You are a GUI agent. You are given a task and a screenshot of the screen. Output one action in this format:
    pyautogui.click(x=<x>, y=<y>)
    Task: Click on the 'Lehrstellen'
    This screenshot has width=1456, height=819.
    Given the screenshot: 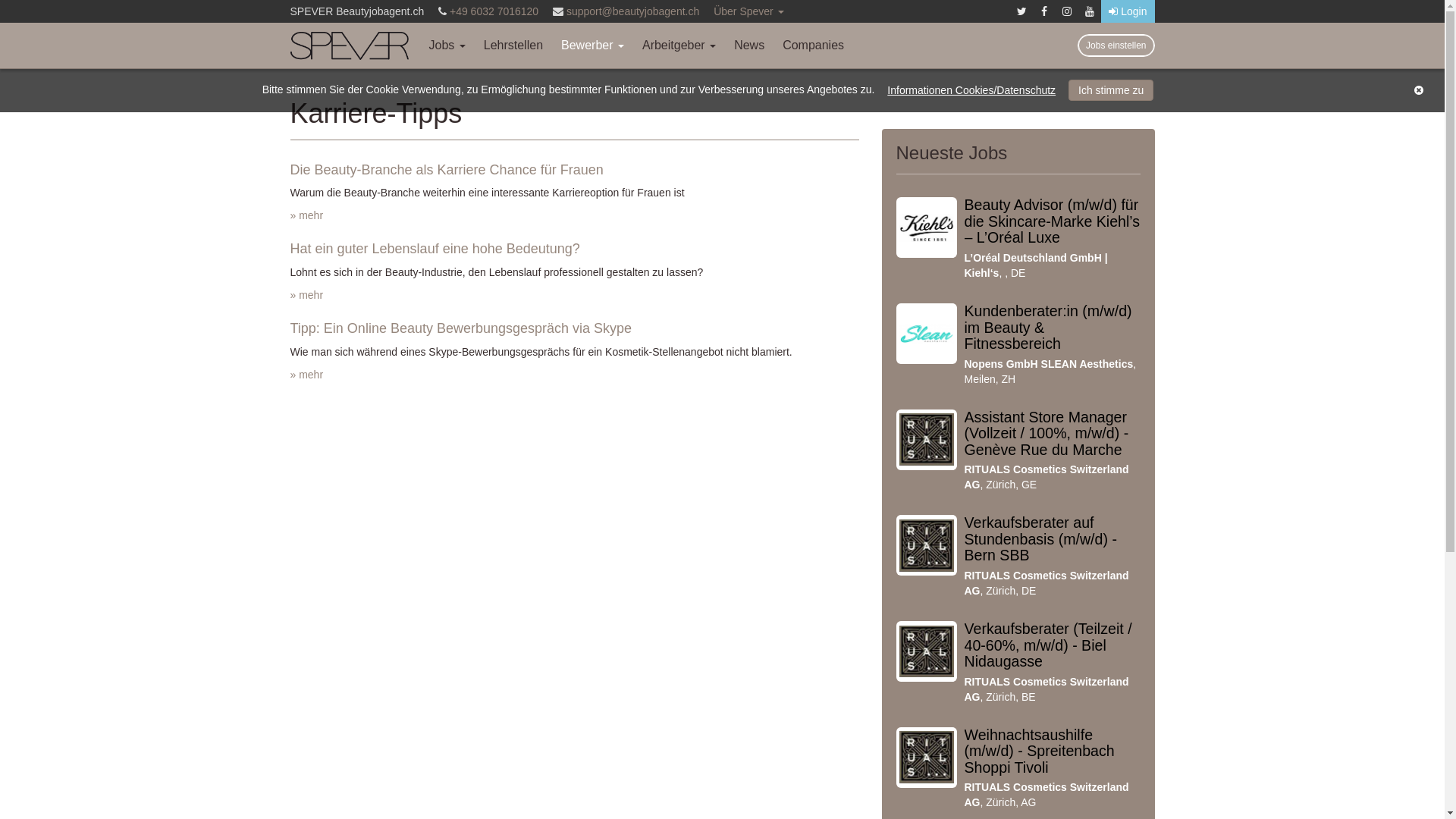 What is the action you would take?
    pyautogui.click(x=513, y=45)
    